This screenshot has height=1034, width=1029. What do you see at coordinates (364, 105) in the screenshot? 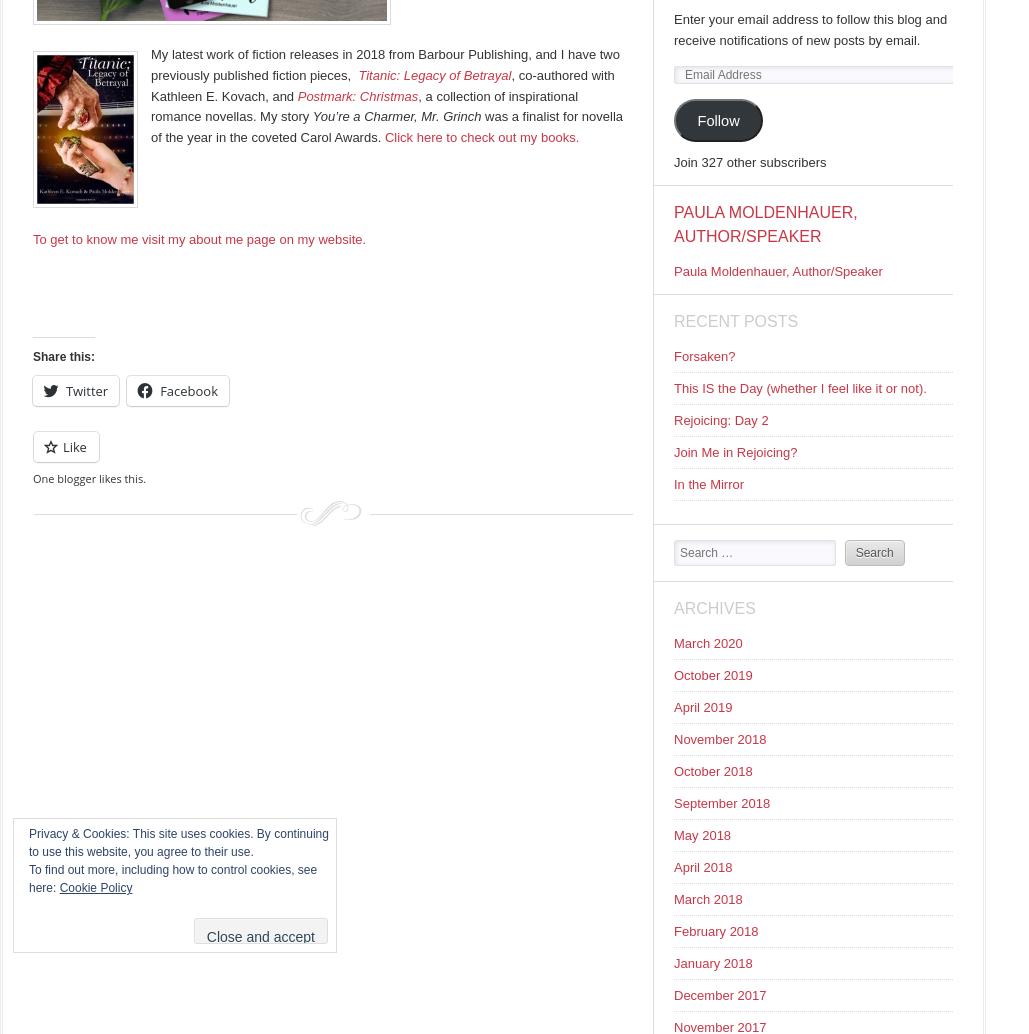
I see `', a collection of inspirational romance novellas. My story'` at bounding box center [364, 105].